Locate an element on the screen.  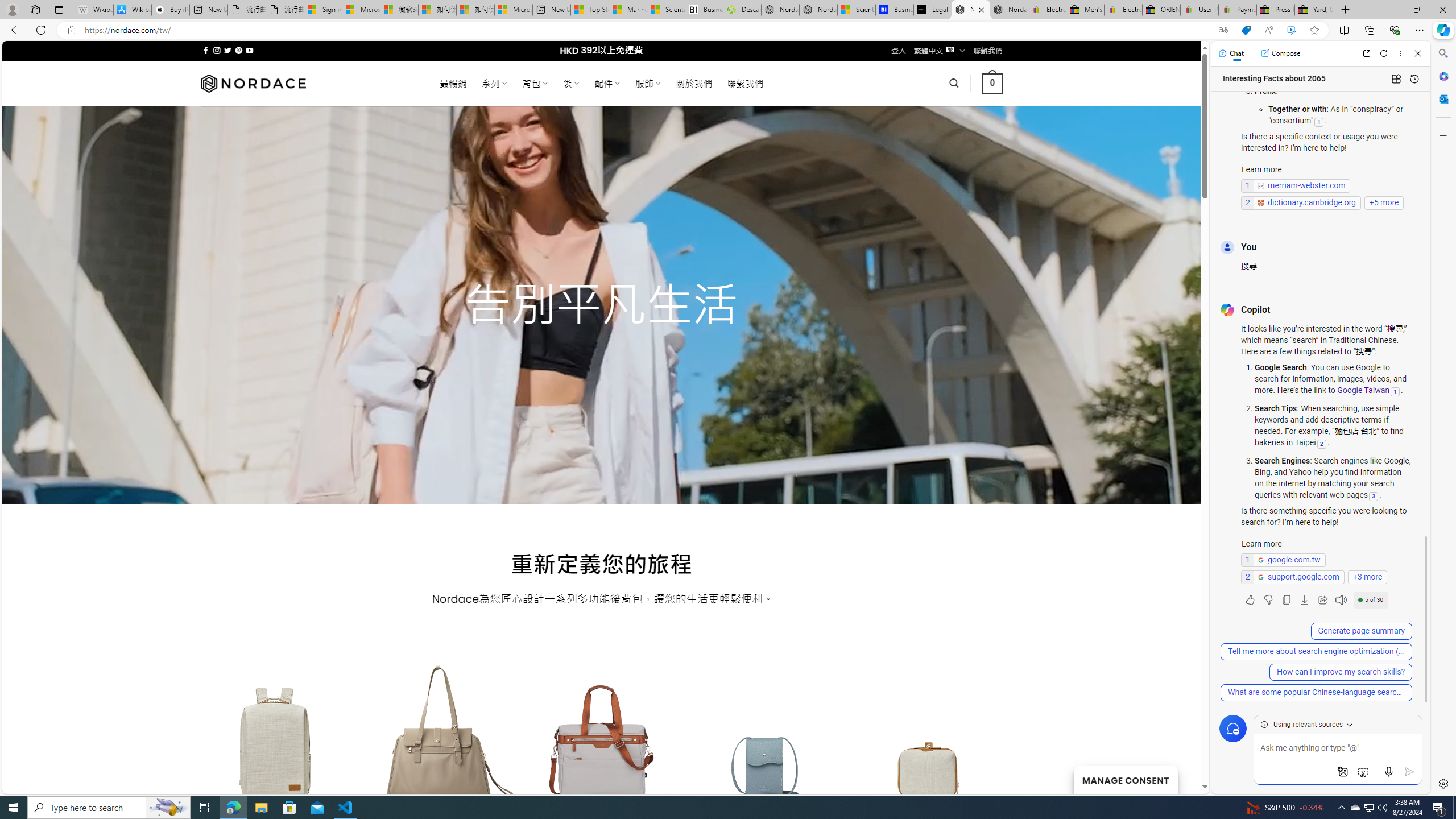
'This site has coupons! Shopping in Microsoft Edge' is located at coordinates (1246, 30).